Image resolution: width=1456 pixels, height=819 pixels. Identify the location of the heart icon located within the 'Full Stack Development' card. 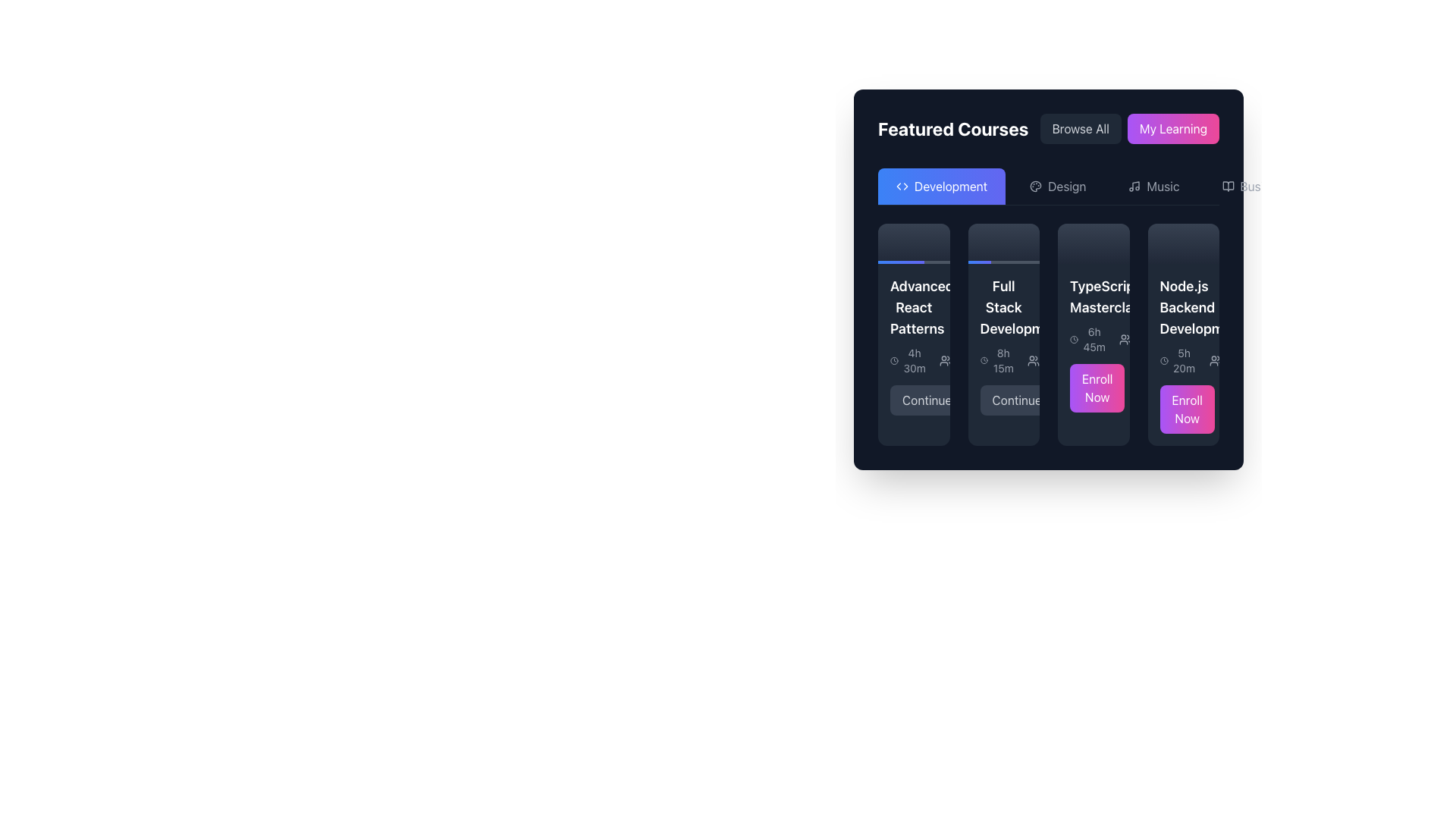
(977, 400).